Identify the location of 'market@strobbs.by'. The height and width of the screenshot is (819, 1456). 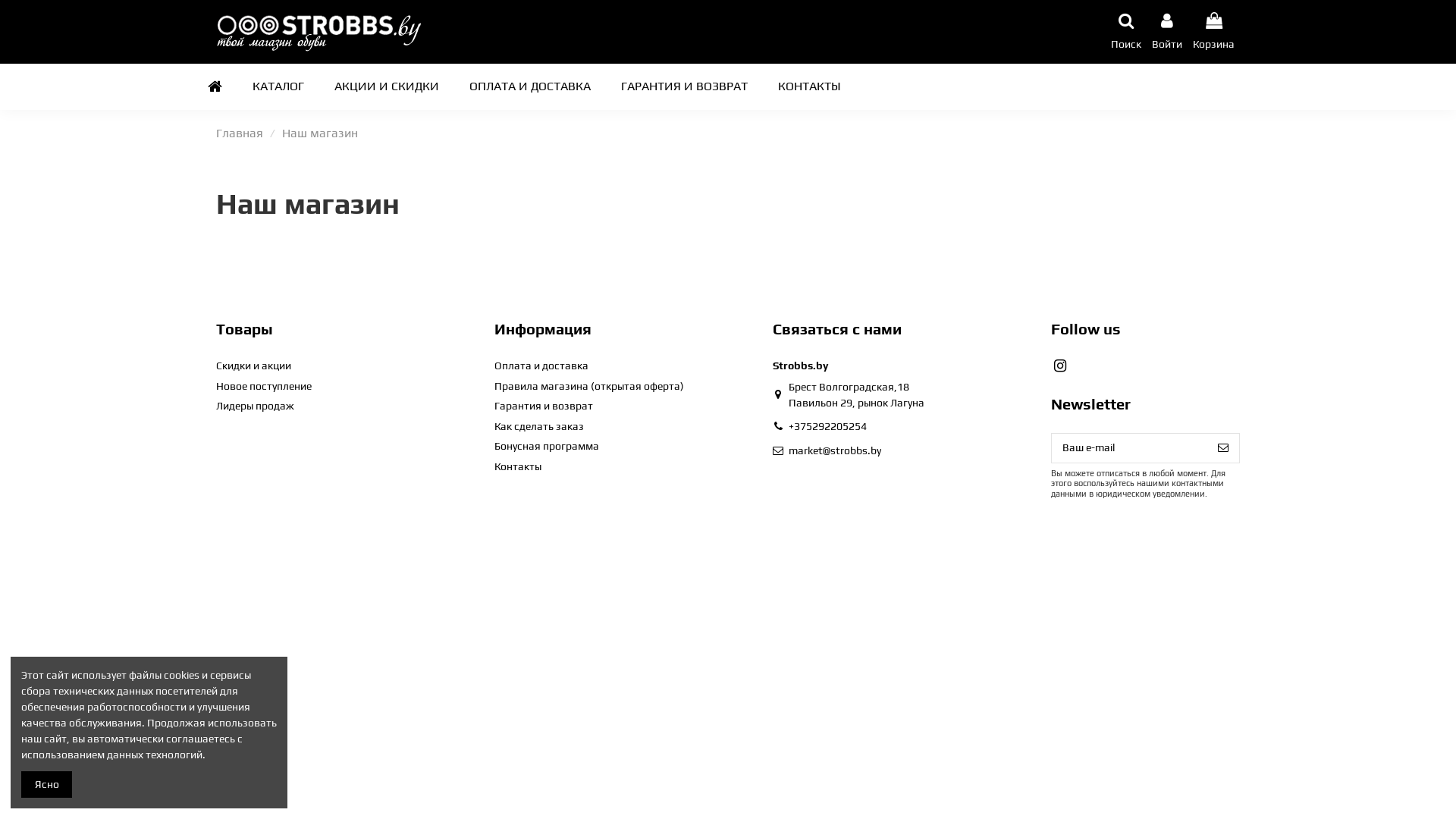
(833, 450).